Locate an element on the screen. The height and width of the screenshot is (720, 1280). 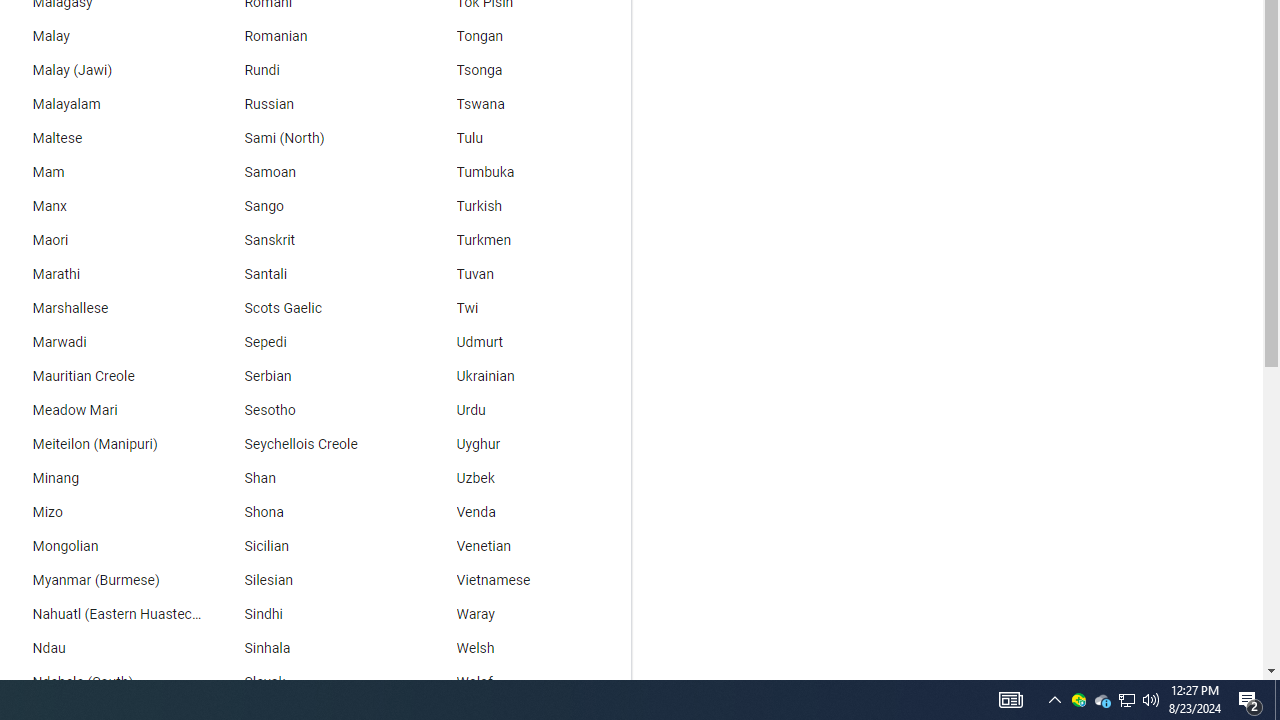
'Sango' is located at coordinates (311, 206).